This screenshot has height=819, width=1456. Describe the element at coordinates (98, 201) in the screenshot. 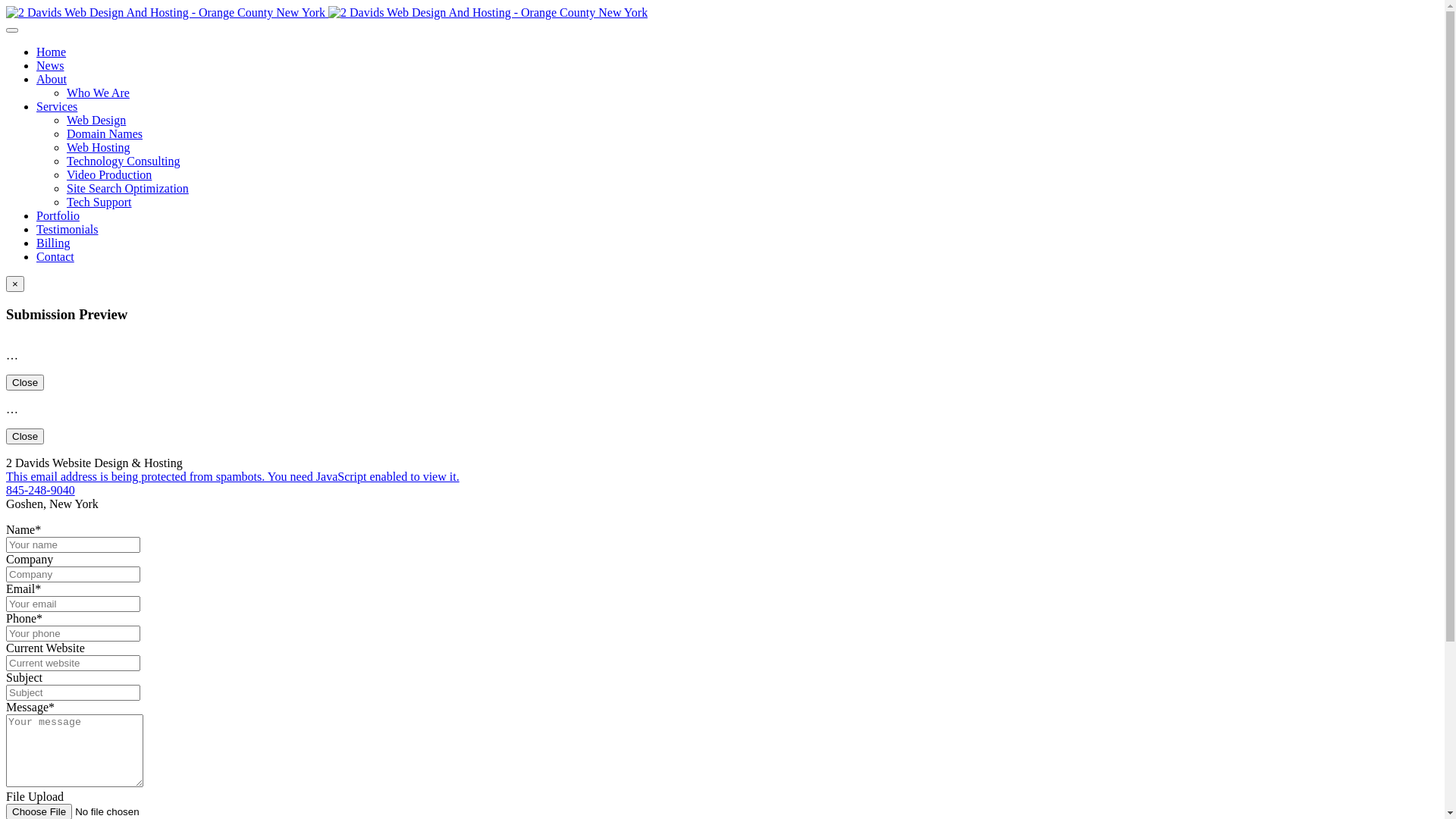

I see `'Tech Support'` at that location.